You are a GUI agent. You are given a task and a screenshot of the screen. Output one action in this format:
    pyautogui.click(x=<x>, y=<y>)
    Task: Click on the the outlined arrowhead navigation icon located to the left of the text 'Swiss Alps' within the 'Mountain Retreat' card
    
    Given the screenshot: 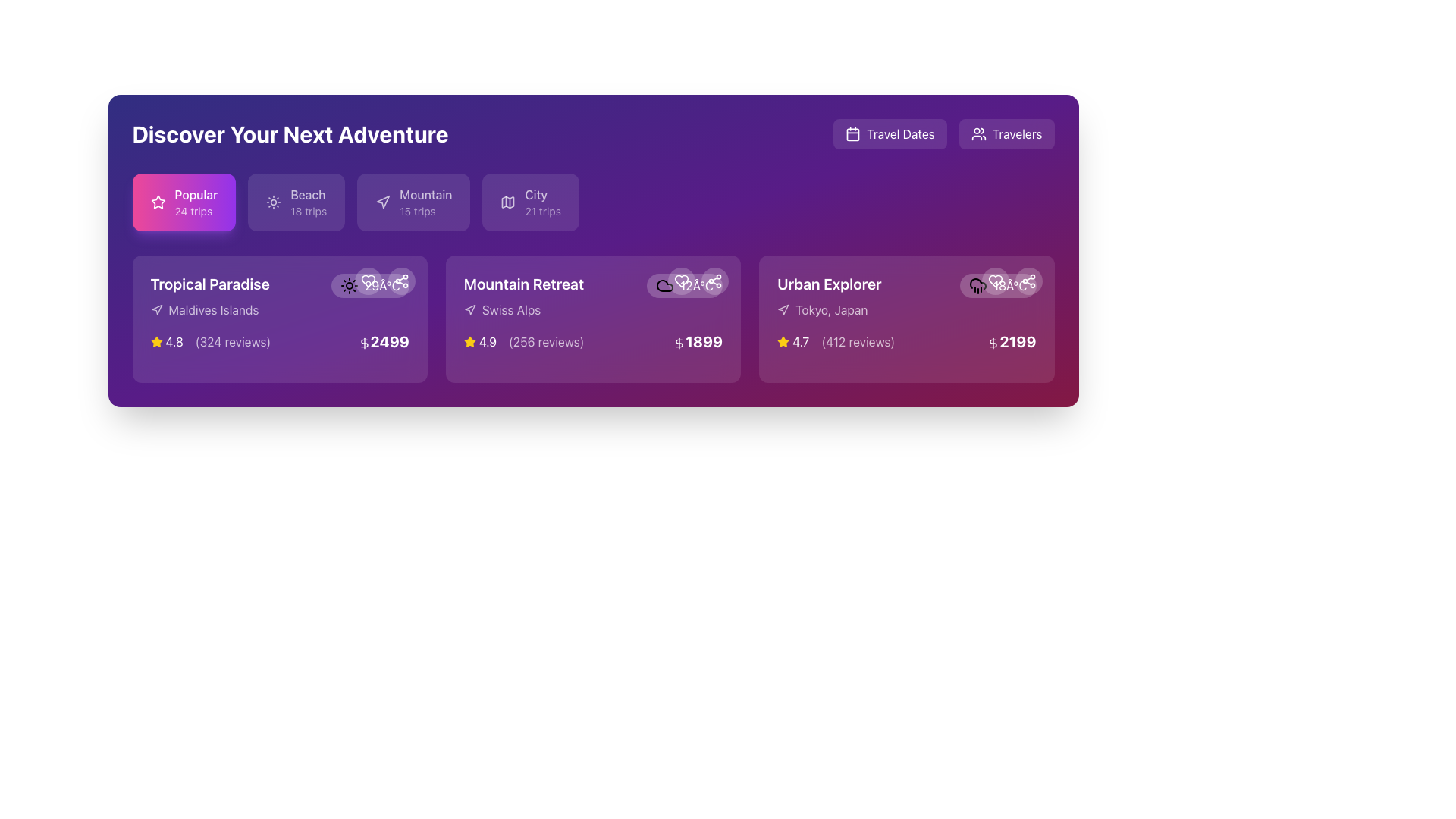 What is the action you would take?
    pyautogui.click(x=469, y=309)
    